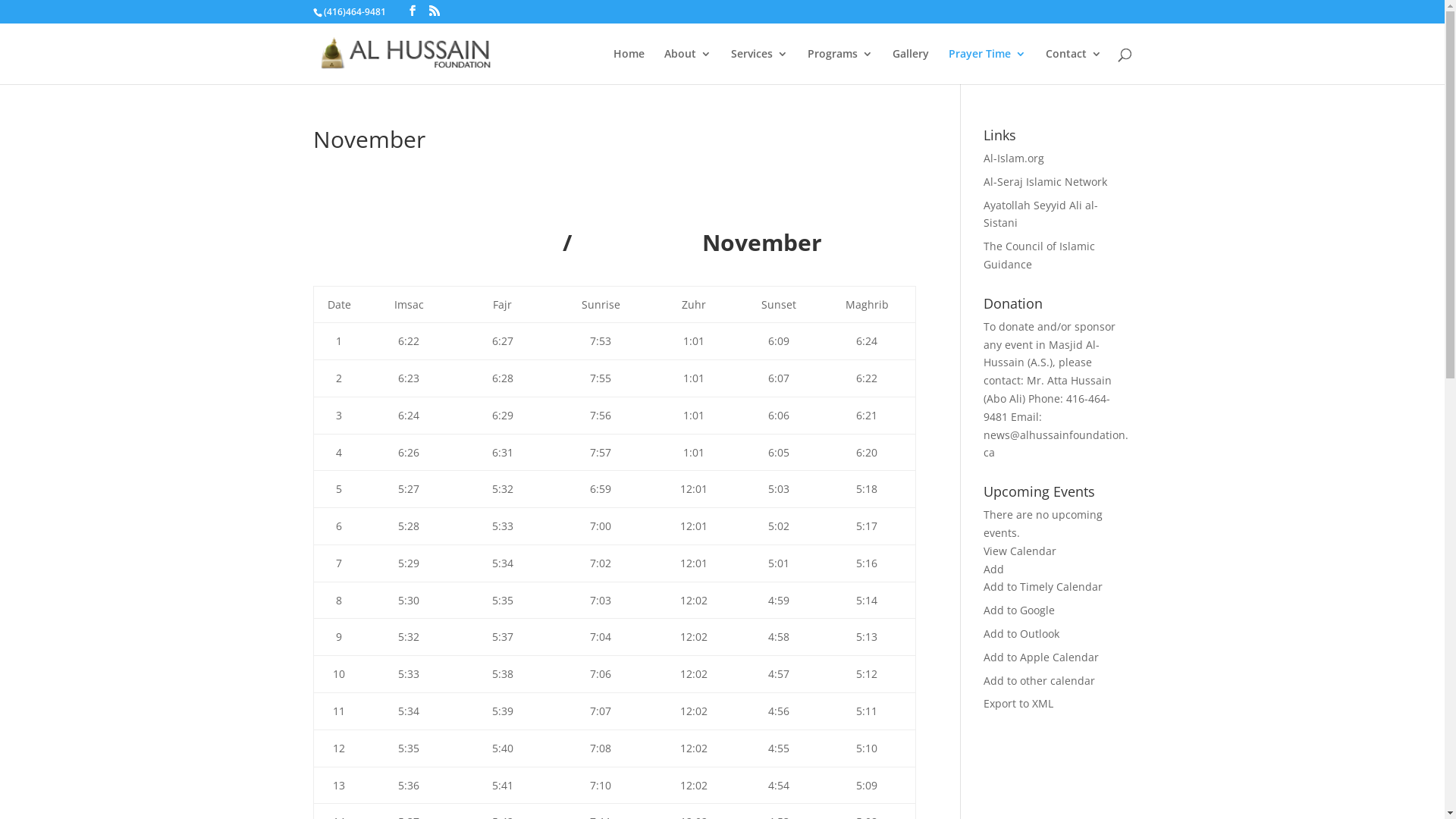  Describe the element at coordinates (1042, 585) in the screenshot. I see `'Add to Timely Calendar'` at that location.